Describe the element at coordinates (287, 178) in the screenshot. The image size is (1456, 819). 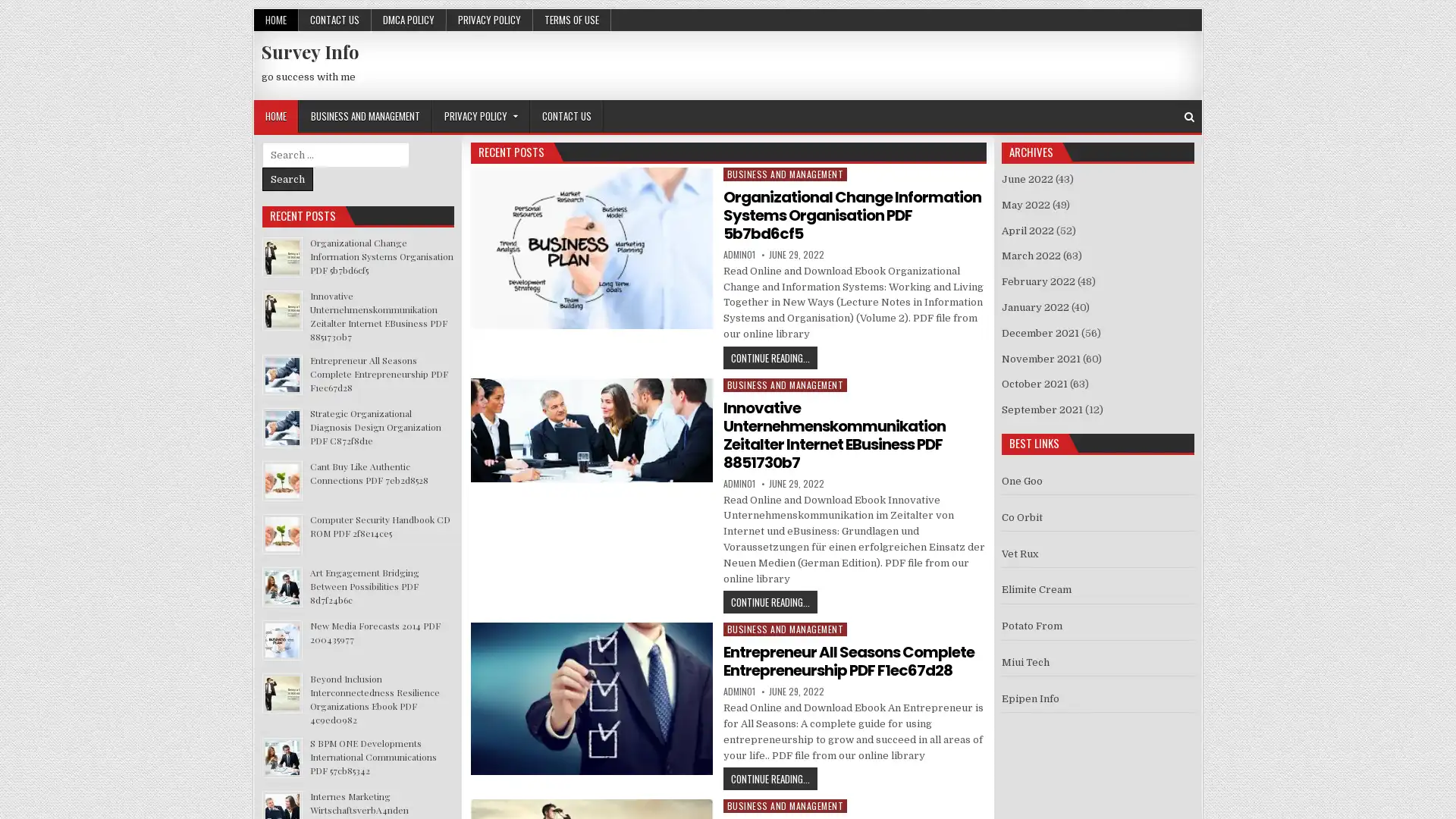
I see `Search` at that location.